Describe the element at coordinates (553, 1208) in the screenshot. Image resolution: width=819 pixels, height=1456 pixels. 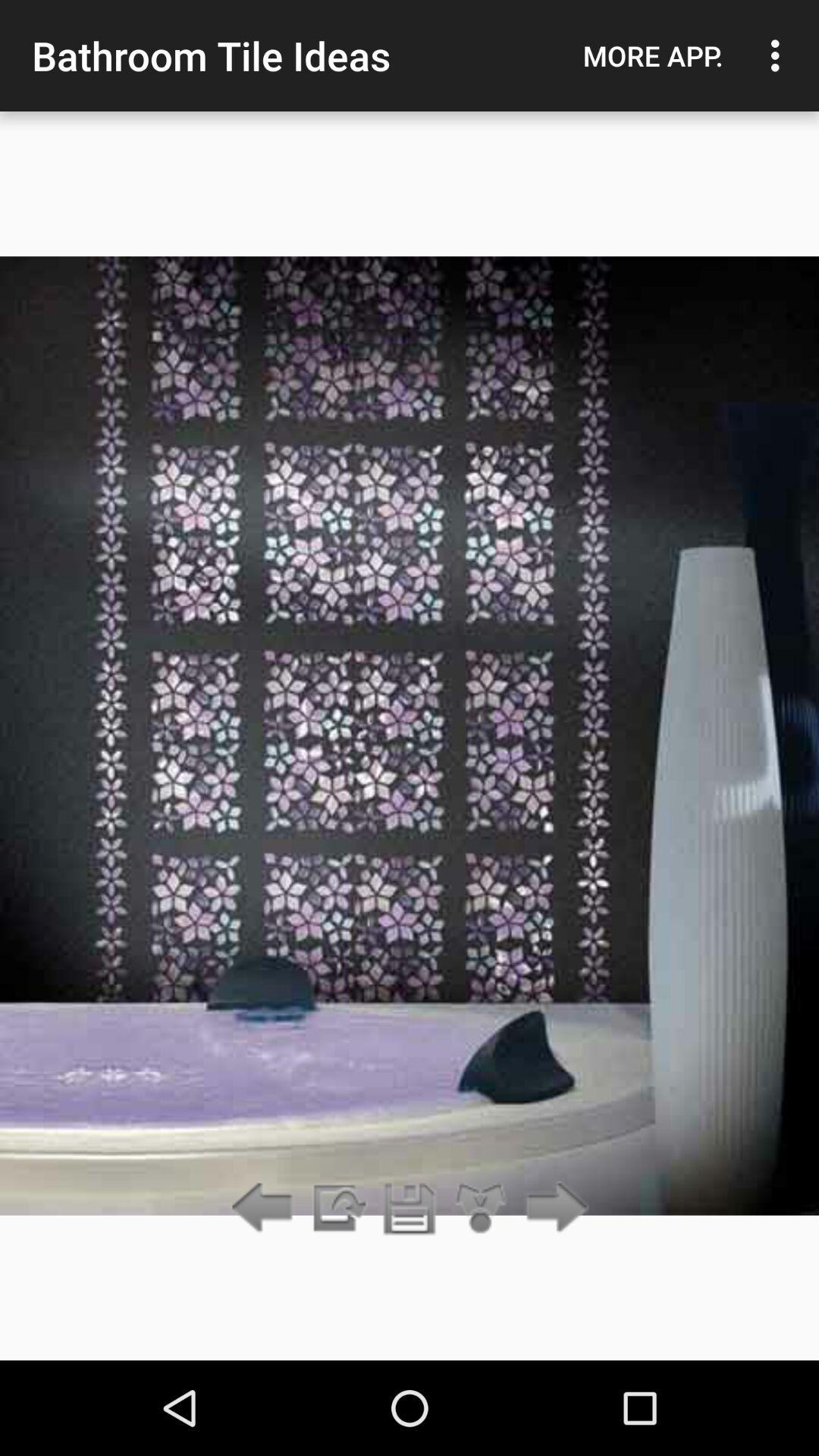
I see `icon at the bottom right corner` at that location.